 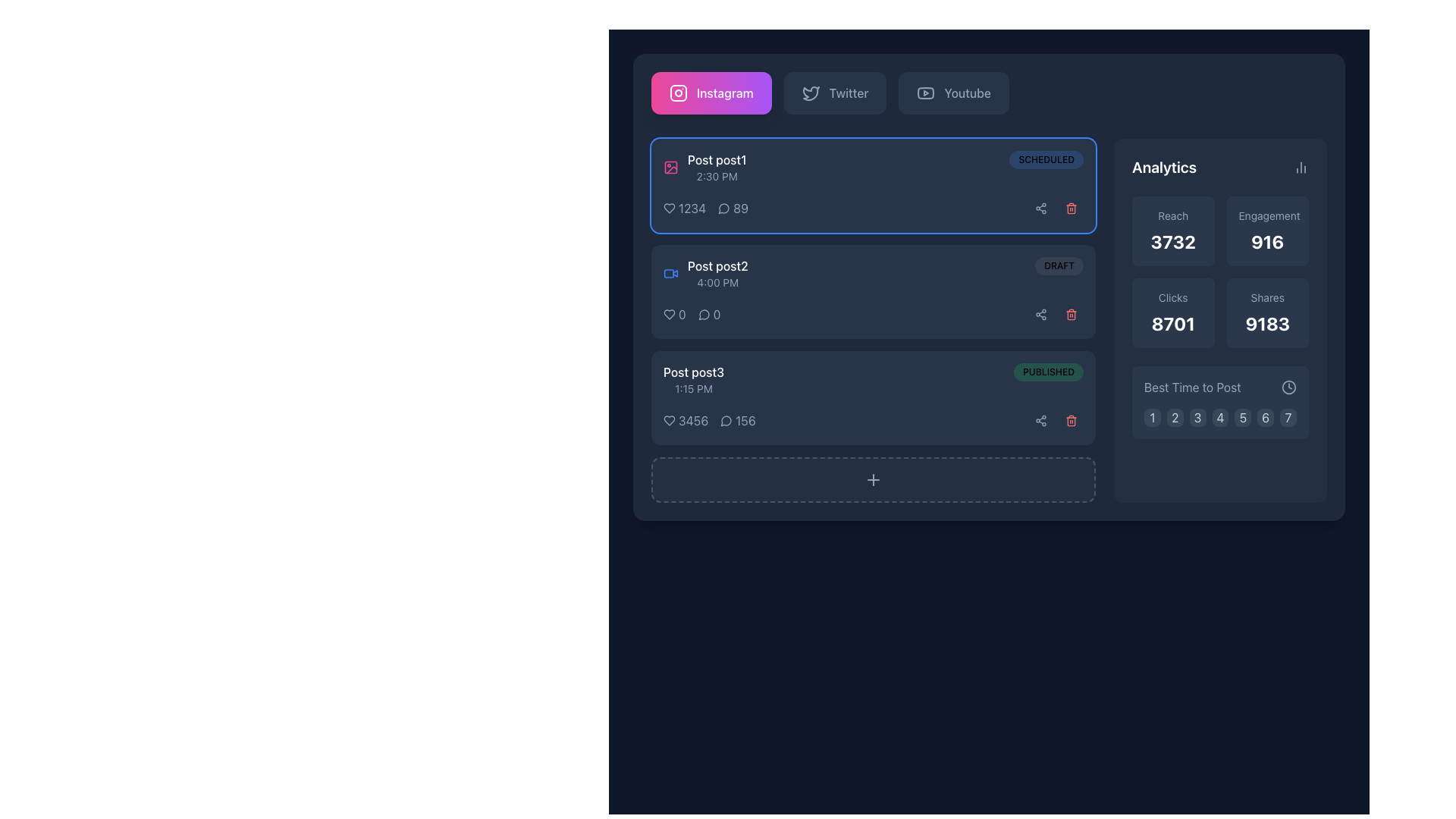 What do you see at coordinates (703, 314) in the screenshot?
I see `the small chat bubble icon located below the second post entry` at bounding box center [703, 314].